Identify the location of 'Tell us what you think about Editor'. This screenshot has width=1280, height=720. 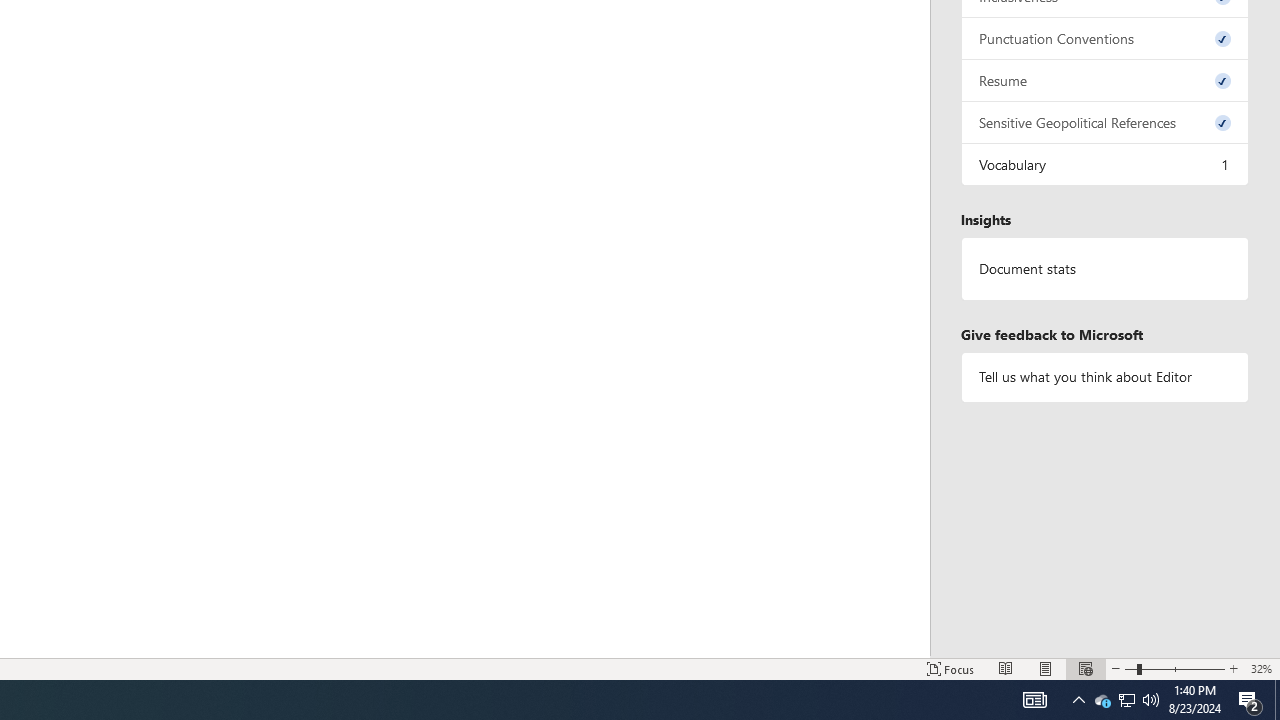
(1104, 377).